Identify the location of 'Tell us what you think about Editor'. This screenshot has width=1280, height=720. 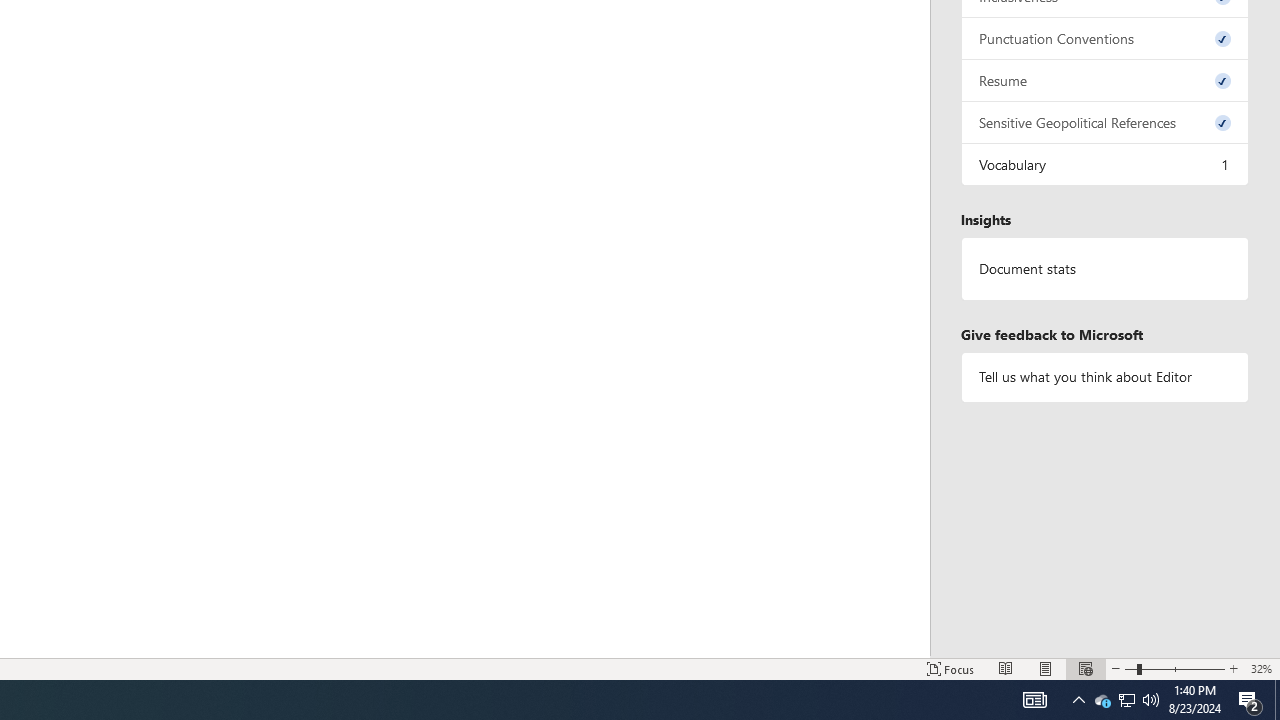
(1104, 377).